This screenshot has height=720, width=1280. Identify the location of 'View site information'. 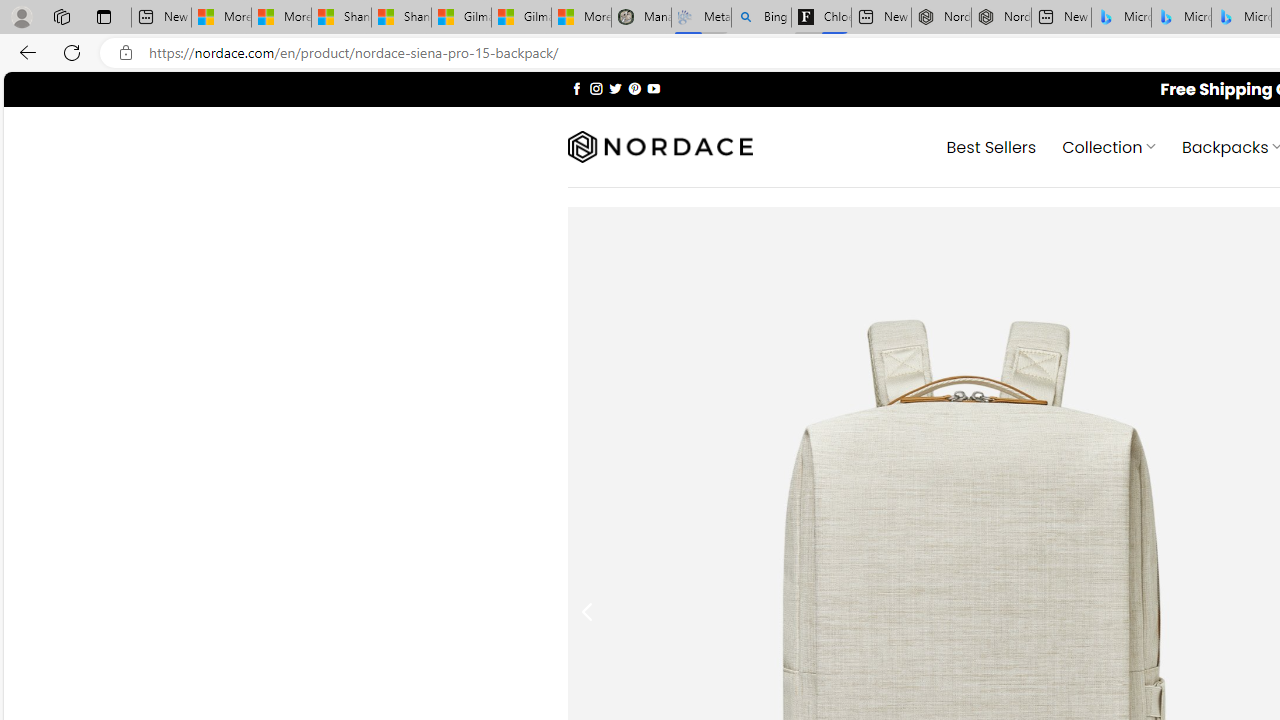
(125, 52).